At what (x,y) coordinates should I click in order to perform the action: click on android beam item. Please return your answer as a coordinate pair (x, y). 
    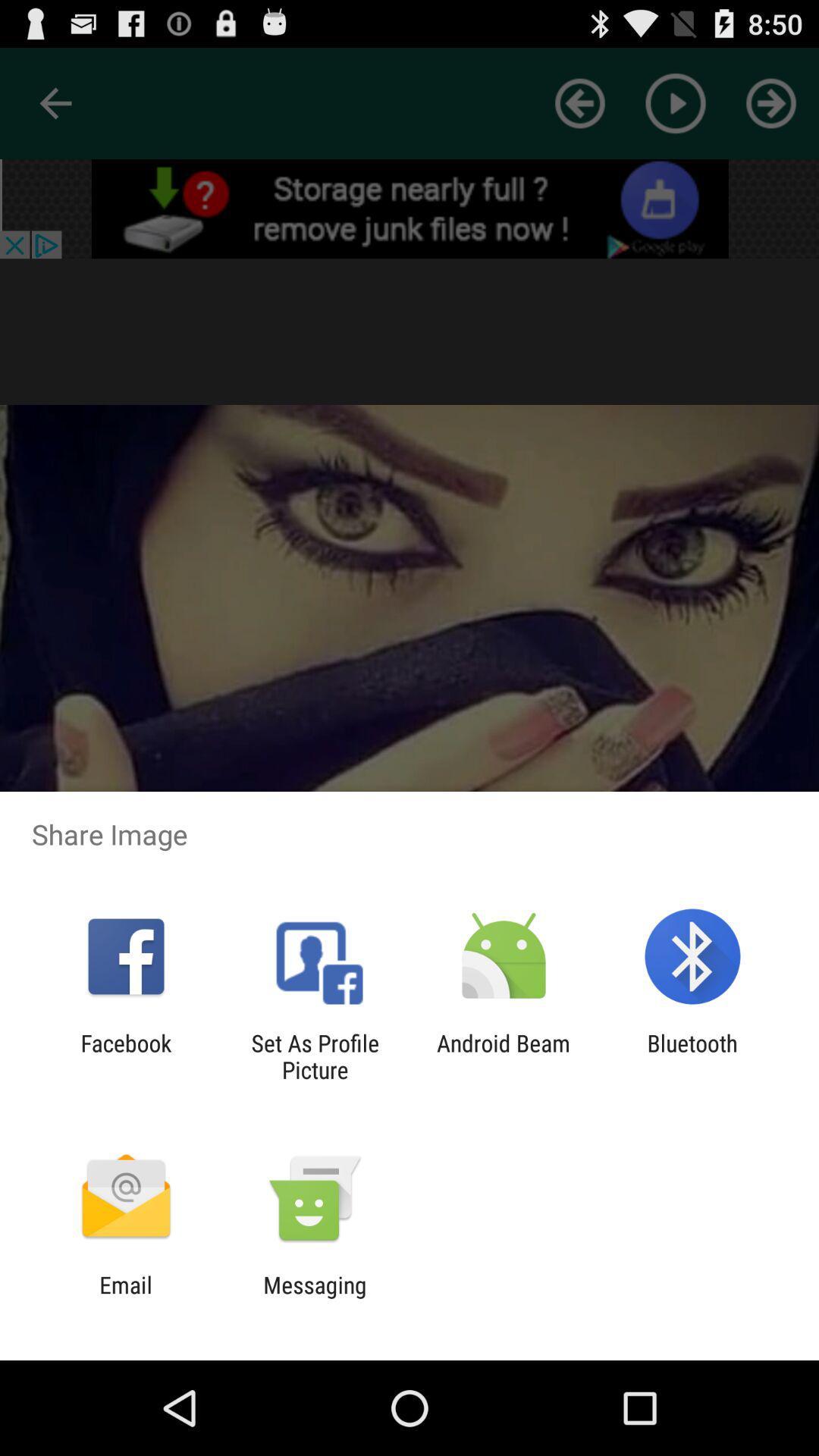
    Looking at the image, I should click on (504, 1056).